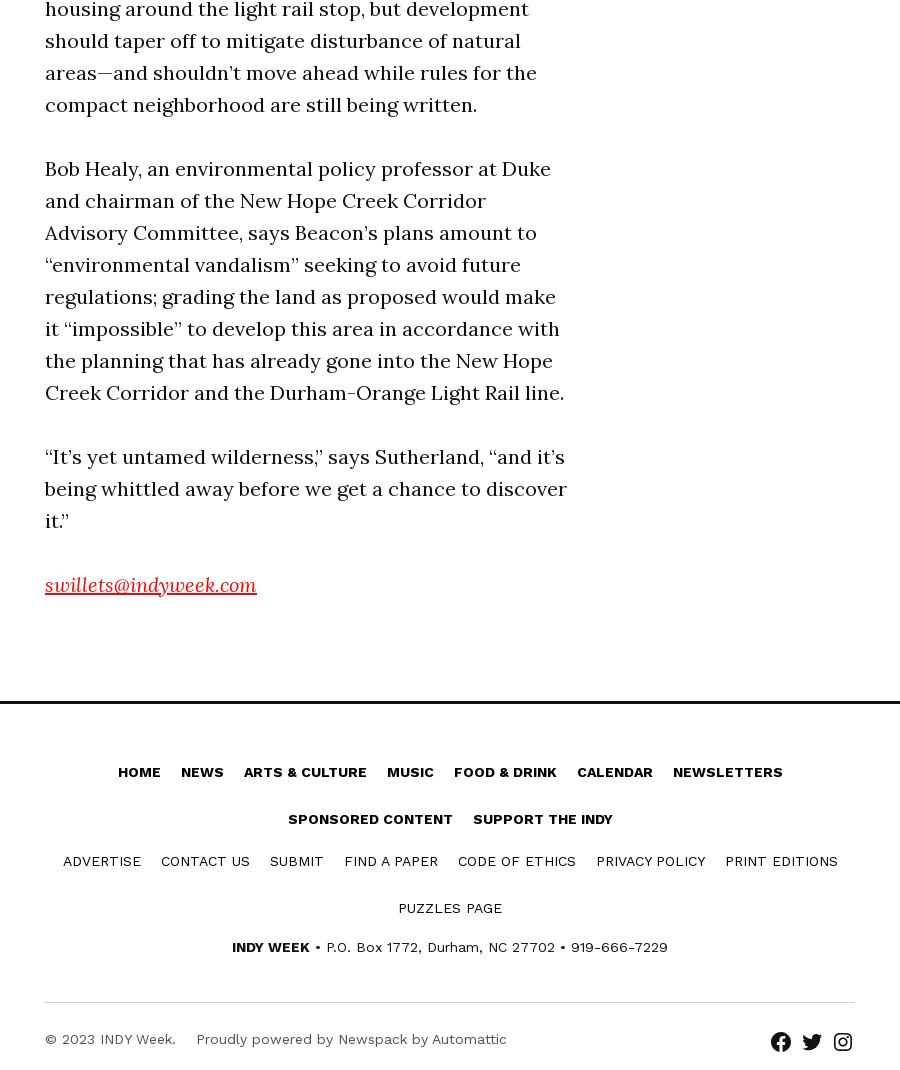 The height and width of the screenshot is (1070, 900). I want to click on 'Food & Drink', so click(503, 770).